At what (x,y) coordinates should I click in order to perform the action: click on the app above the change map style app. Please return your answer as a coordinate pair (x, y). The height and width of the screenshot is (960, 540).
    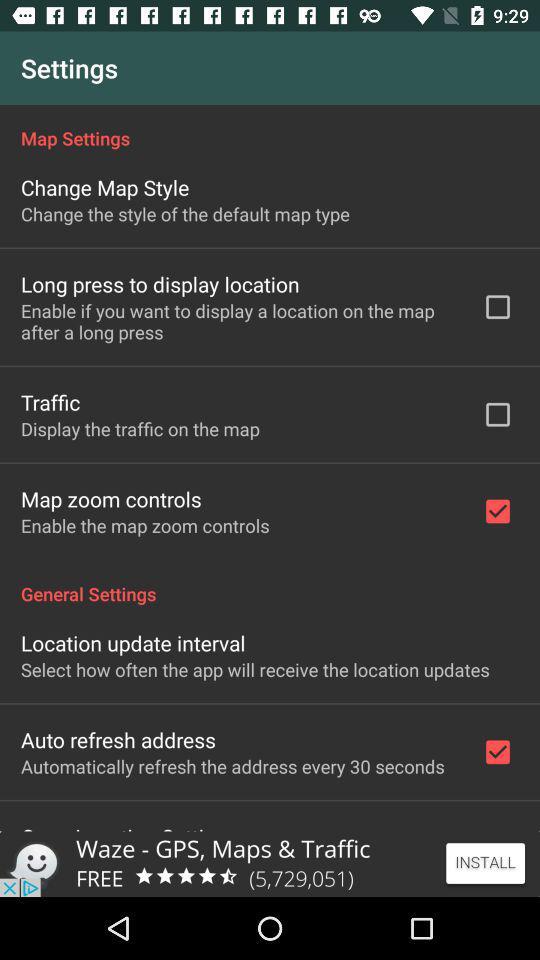
    Looking at the image, I should click on (270, 126).